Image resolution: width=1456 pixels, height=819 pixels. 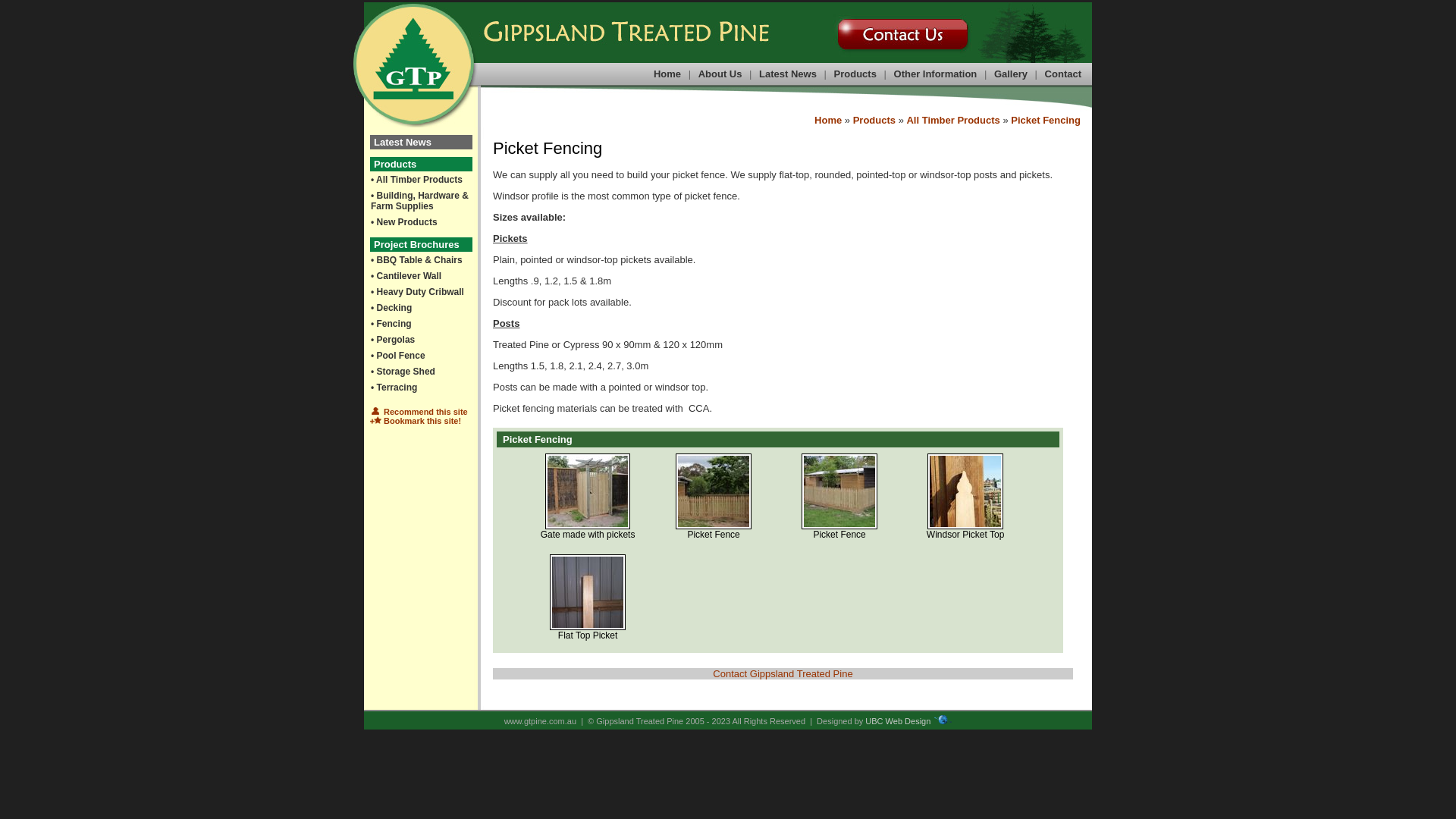 What do you see at coordinates (1011, 74) in the screenshot?
I see `'Gallery'` at bounding box center [1011, 74].